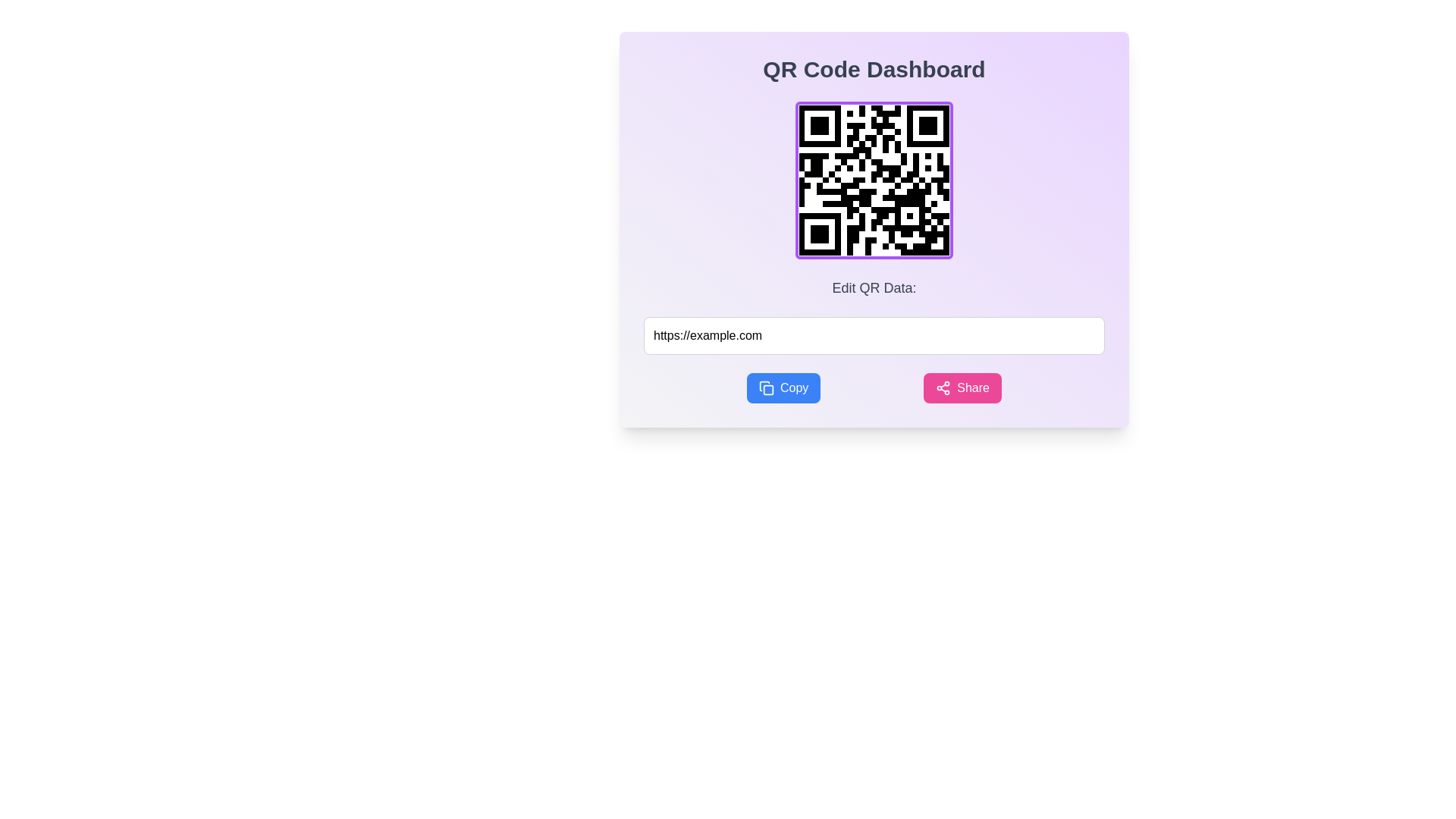  Describe the element at coordinates (874, 288) in the screenshot. I see `the text label displaying 'Edit QR Data:' which is styled with a larger font size and gray color, located below the QR code image and above the text input field` at that location.